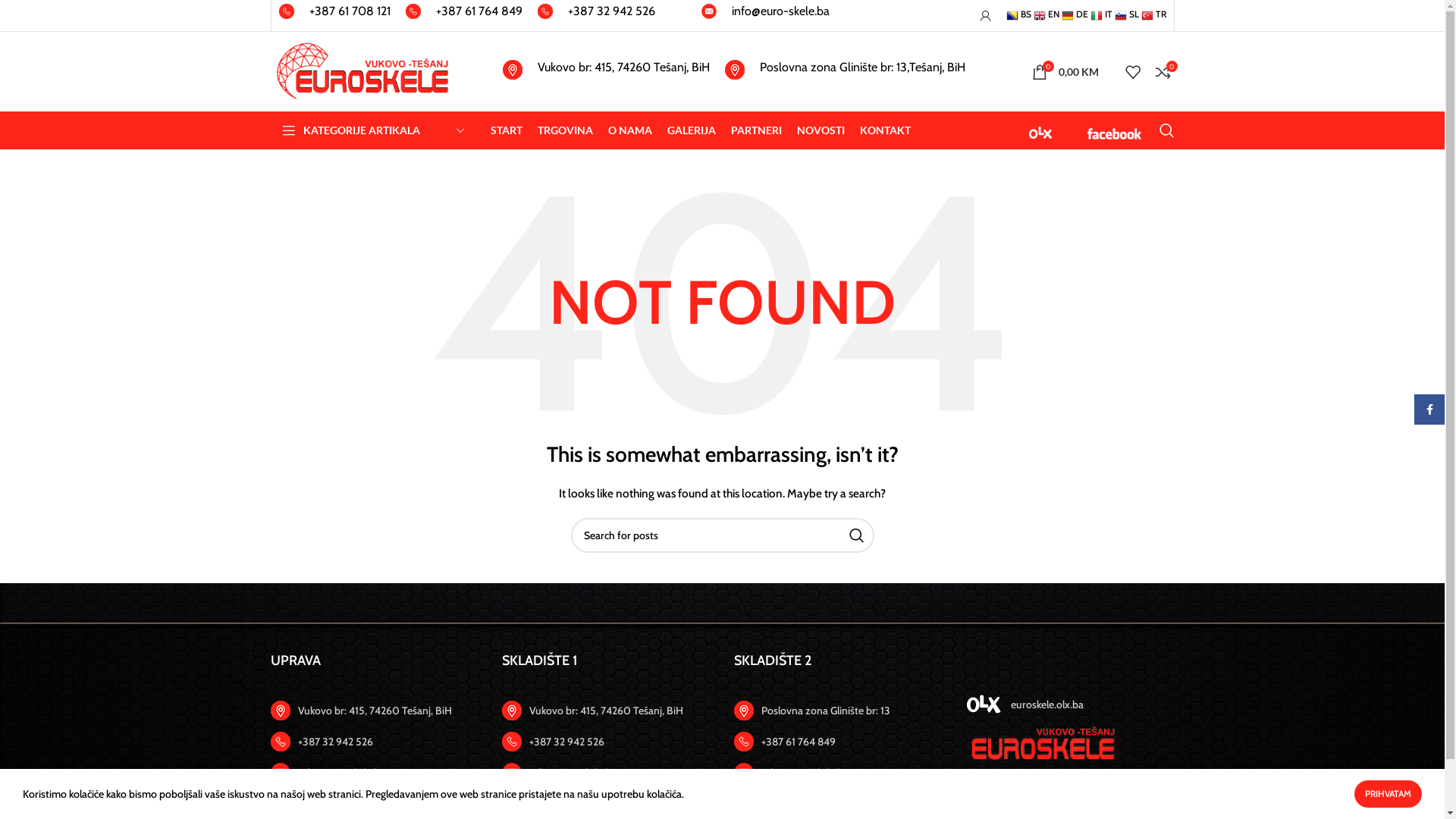 This screenshot has height=819, width=1456. What do you see at coordinates (667, 130) in the screenshot?
I see `'GALERIJA'` at bounding box center [667, 130].